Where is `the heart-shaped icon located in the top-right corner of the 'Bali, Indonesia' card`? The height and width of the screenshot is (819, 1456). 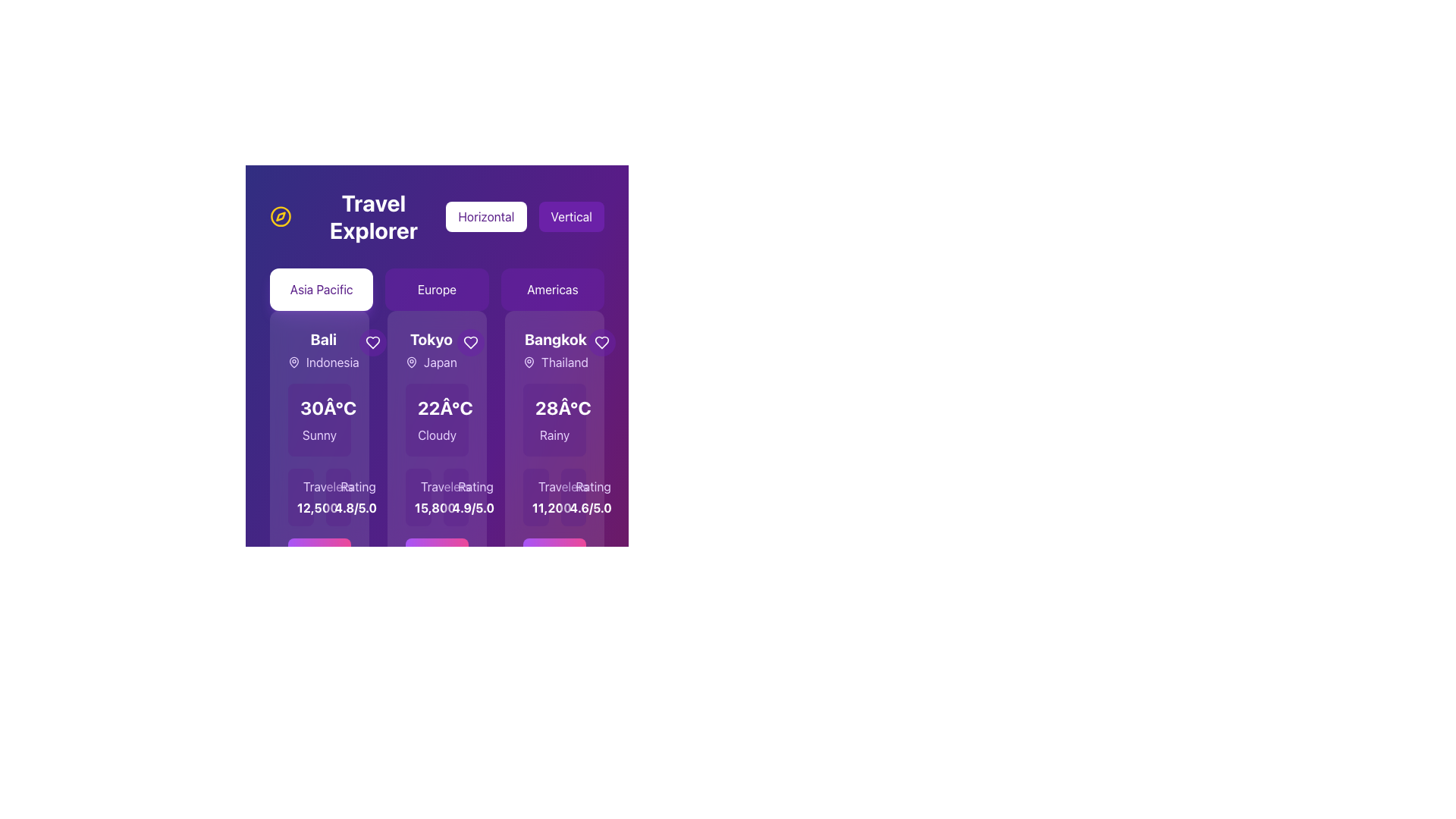
the heart-shaped icon located in the top-right corner of the 'Bali, Indonesia' card is located at coordinates (372, 342).